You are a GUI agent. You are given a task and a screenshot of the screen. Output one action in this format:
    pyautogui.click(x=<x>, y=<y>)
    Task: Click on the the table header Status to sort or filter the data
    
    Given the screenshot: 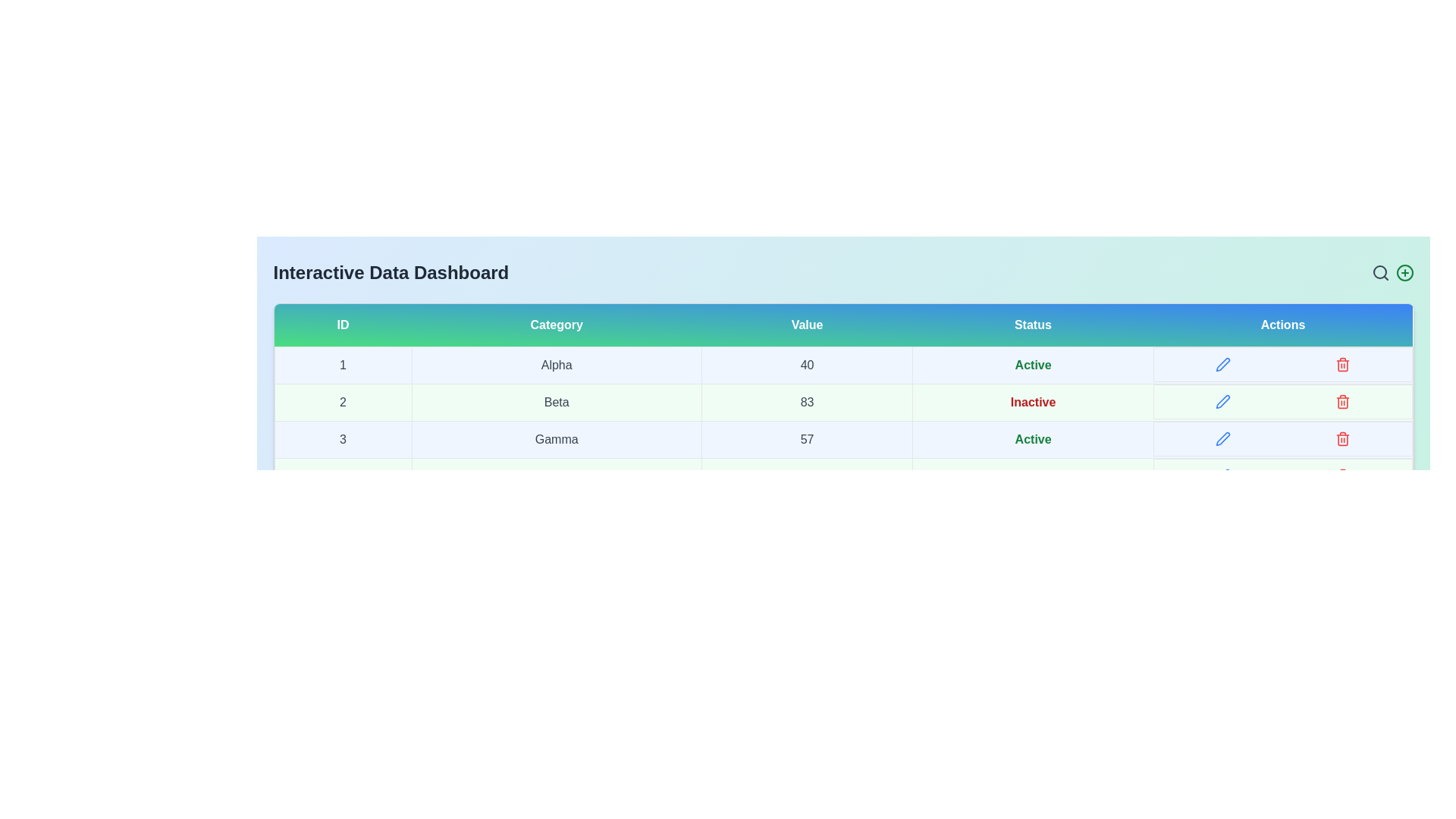 What is the action you would take?
    pyautogui.click(x=1032, y=324)
    